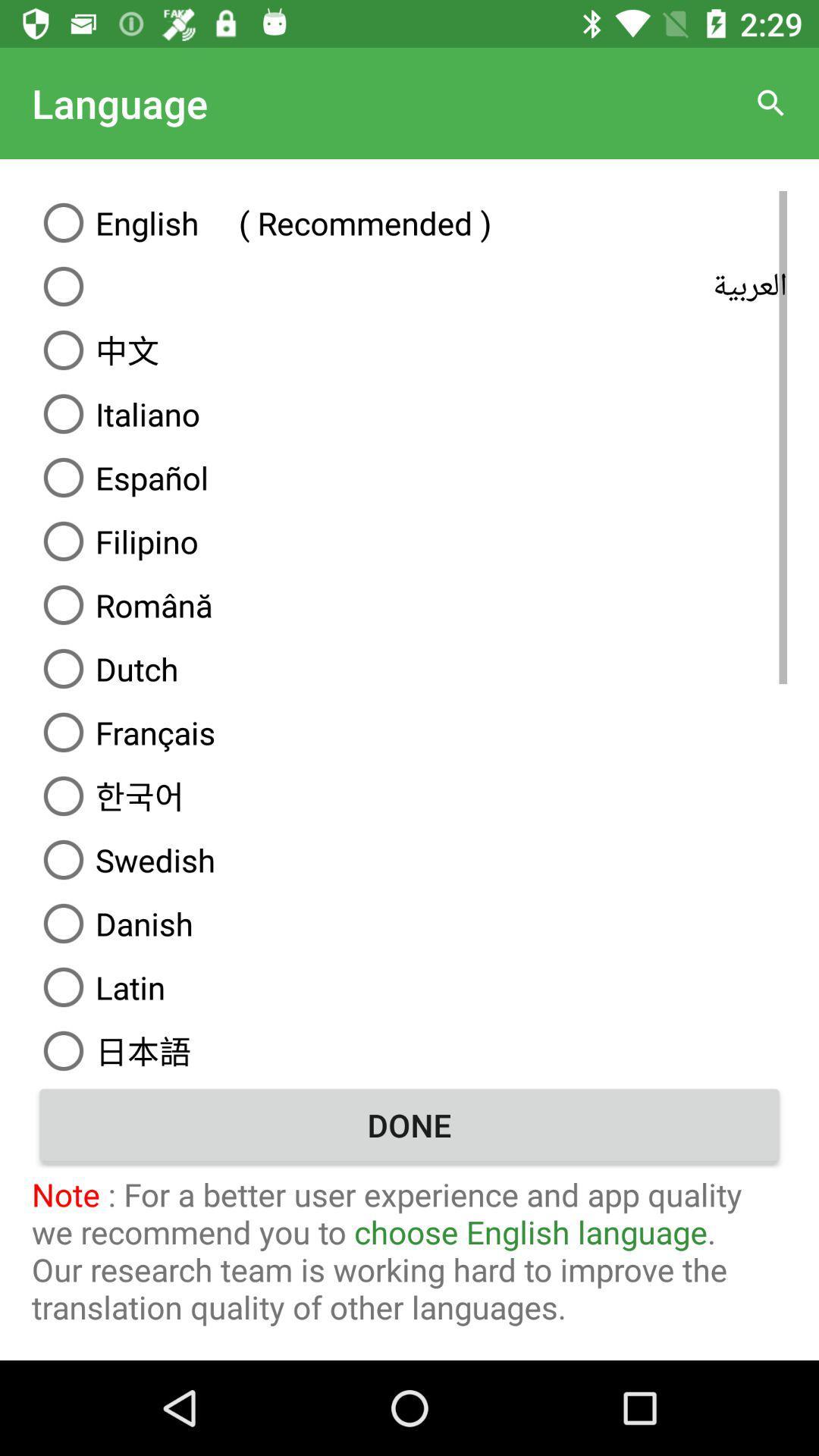 The height and width of the screenshot is (1456, 819). Describe the element at coordinates (771, 102) in the screenshot. I see `the icon to the right of the language item` at that location.